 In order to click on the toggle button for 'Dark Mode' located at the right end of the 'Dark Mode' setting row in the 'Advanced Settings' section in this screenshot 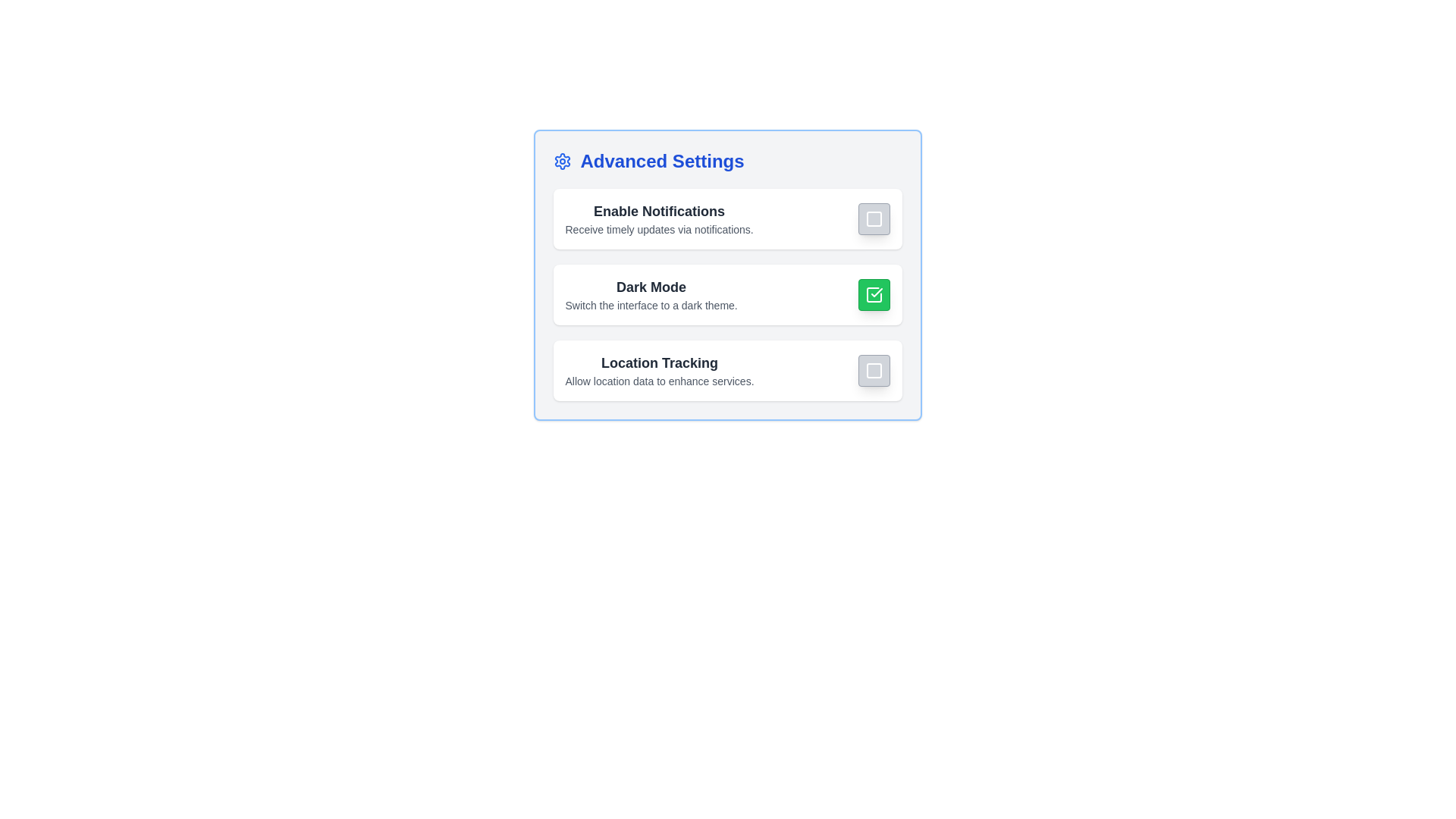, I will do `click(874, 295)`.